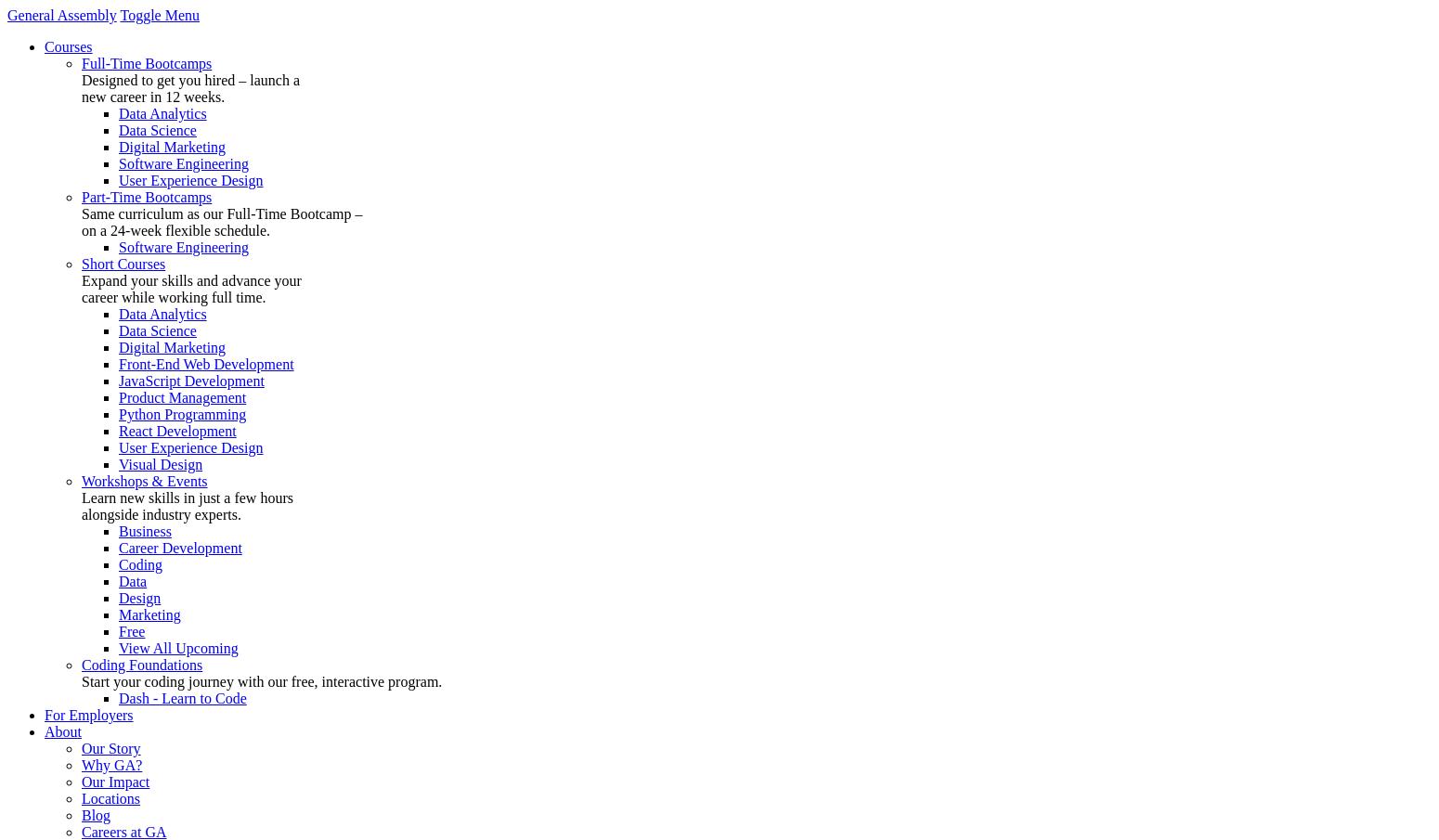 Image resolution: width=1439 pixels, height=840 pixels. I want to click on 'Short Courses', so click(82, 264).